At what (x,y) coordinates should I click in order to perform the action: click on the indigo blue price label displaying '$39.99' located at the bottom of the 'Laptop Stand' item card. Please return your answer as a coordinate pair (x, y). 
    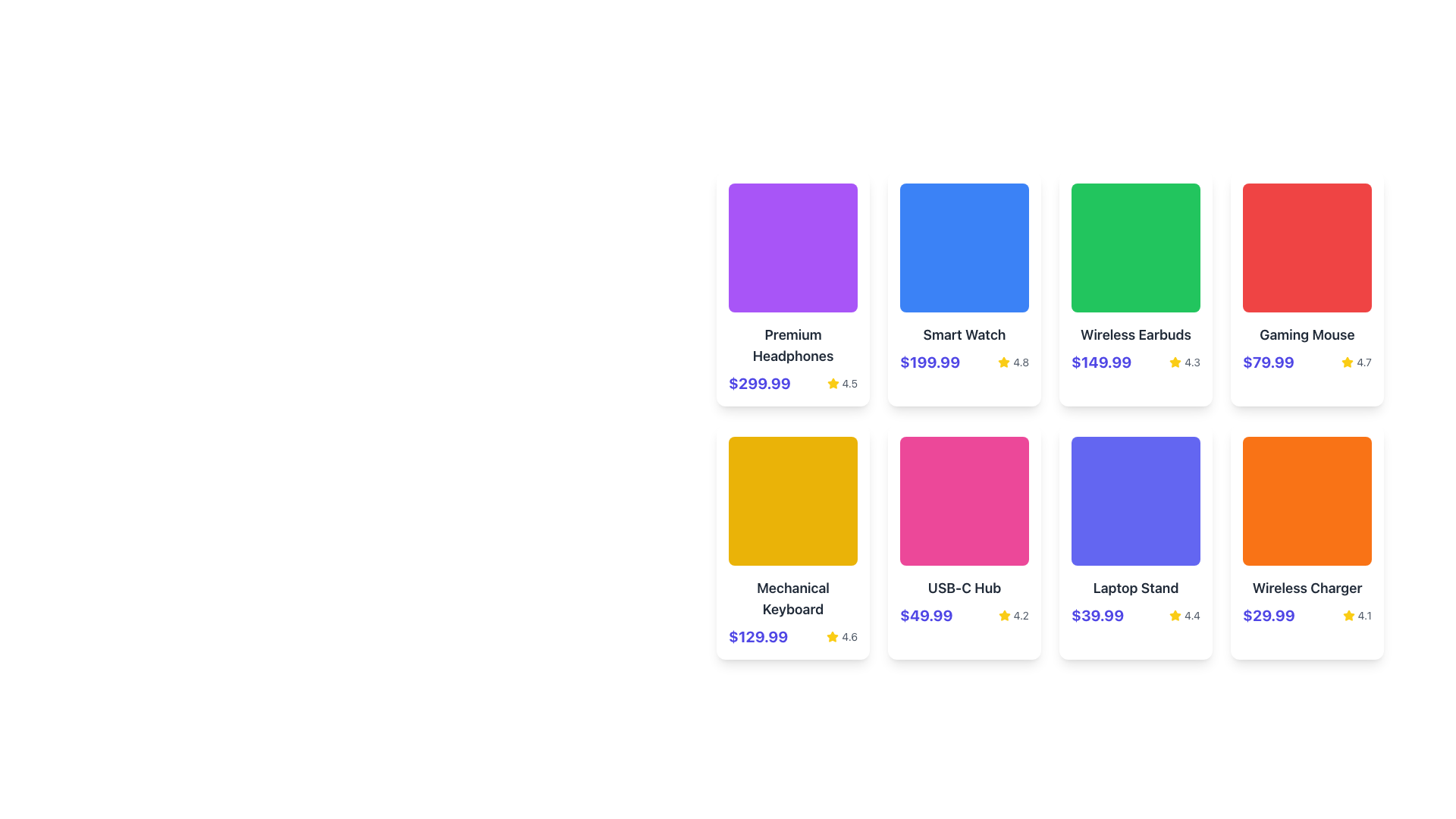
    Looking at the image, I should click on (1097, 616).